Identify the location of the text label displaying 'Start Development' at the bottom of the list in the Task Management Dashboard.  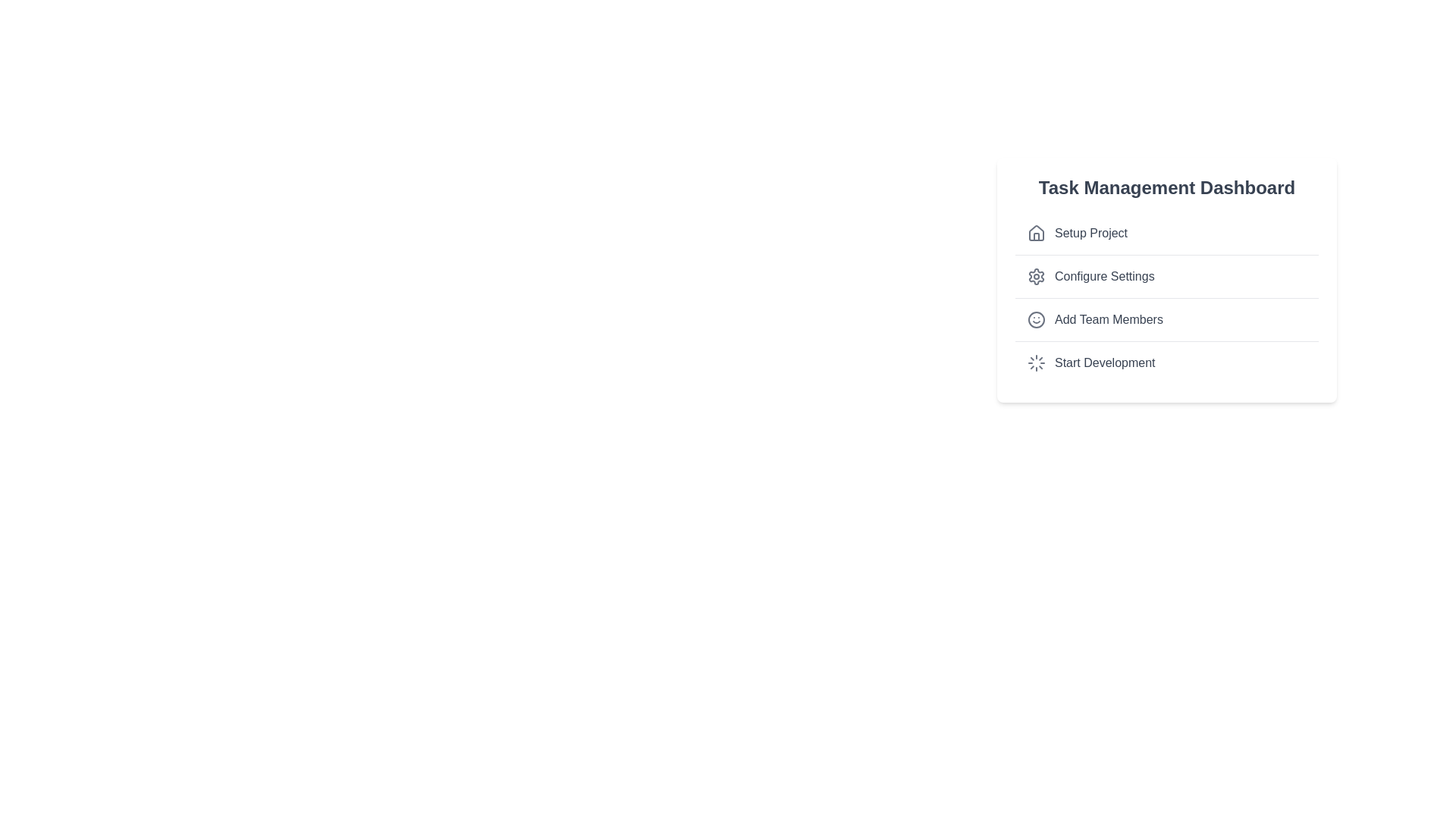
(1105, 362).